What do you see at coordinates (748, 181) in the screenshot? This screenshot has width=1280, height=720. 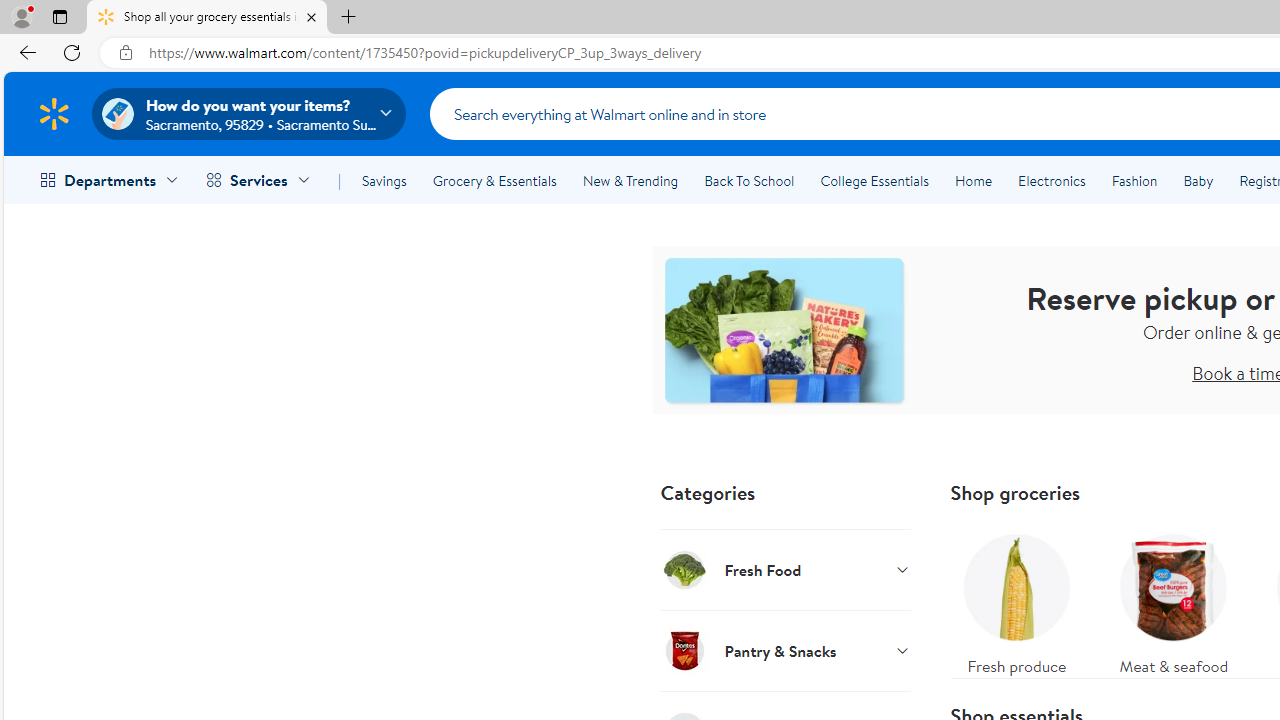 I see `'Back To School'` at bounding box center [748, 181].